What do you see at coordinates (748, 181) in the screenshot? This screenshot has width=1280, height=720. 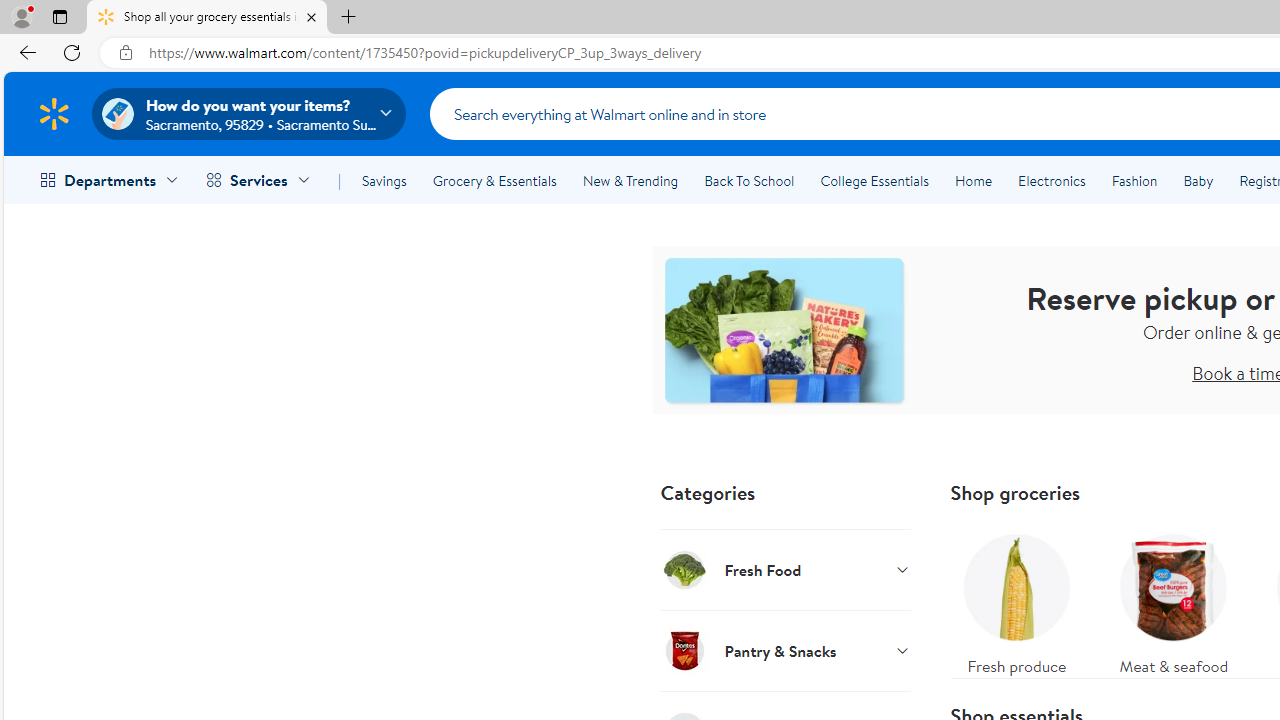 I see `'Back To School'` at bounding box center [748, 181].